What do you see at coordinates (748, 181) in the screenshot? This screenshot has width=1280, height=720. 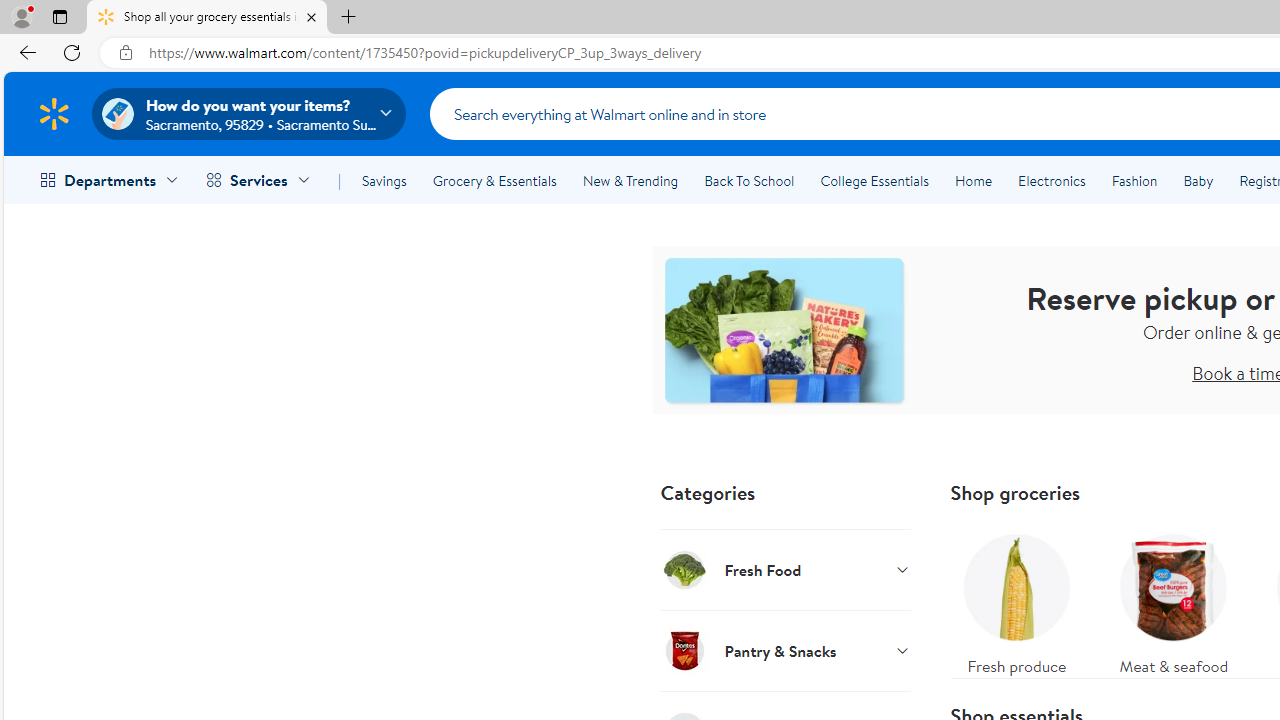 I see `'Back To School'` at bounding box center [748, 181].